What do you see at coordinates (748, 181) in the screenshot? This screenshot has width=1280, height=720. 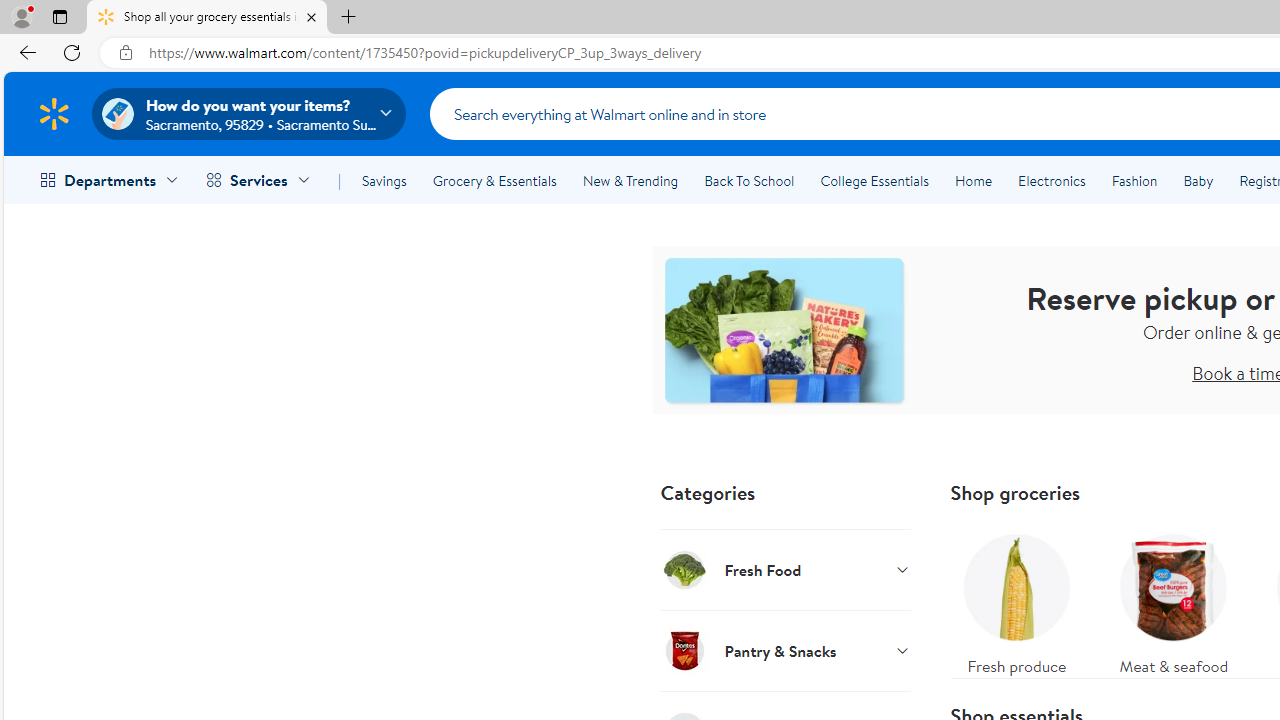 I see `'Back To School'` at bounding box center [748, 181].